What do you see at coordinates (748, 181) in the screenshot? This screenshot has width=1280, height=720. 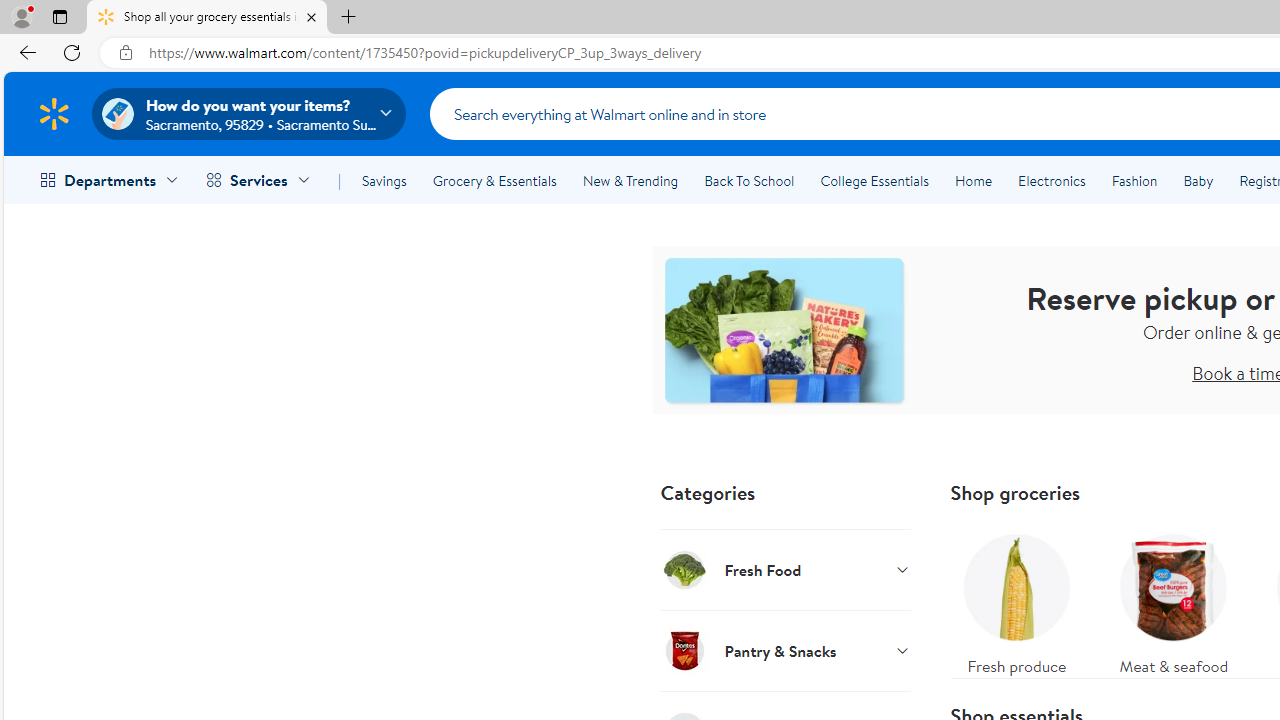 I see `'Back To School'` at bounding box center [748, 181].